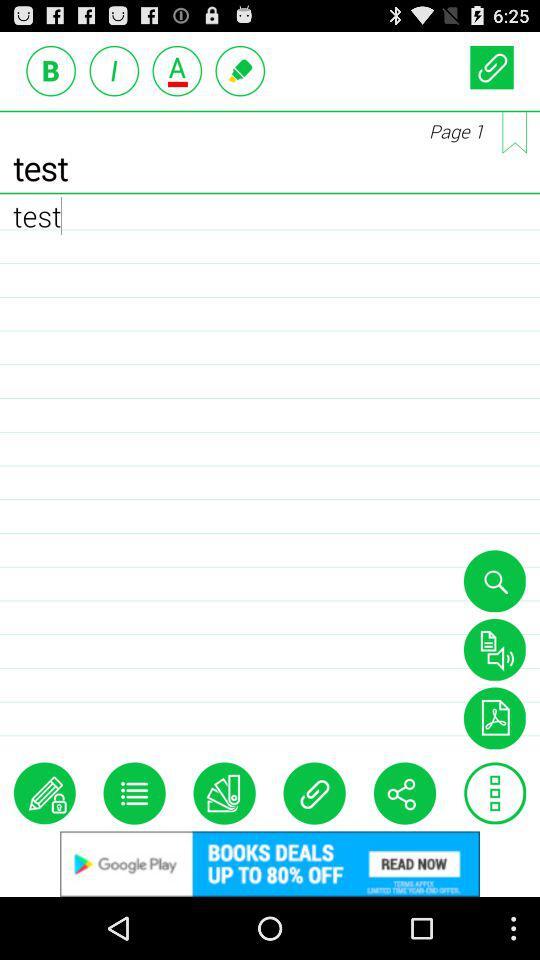 This screenshot has height=960, width=540. I want to click on add/remove underline, so click(177, 70).